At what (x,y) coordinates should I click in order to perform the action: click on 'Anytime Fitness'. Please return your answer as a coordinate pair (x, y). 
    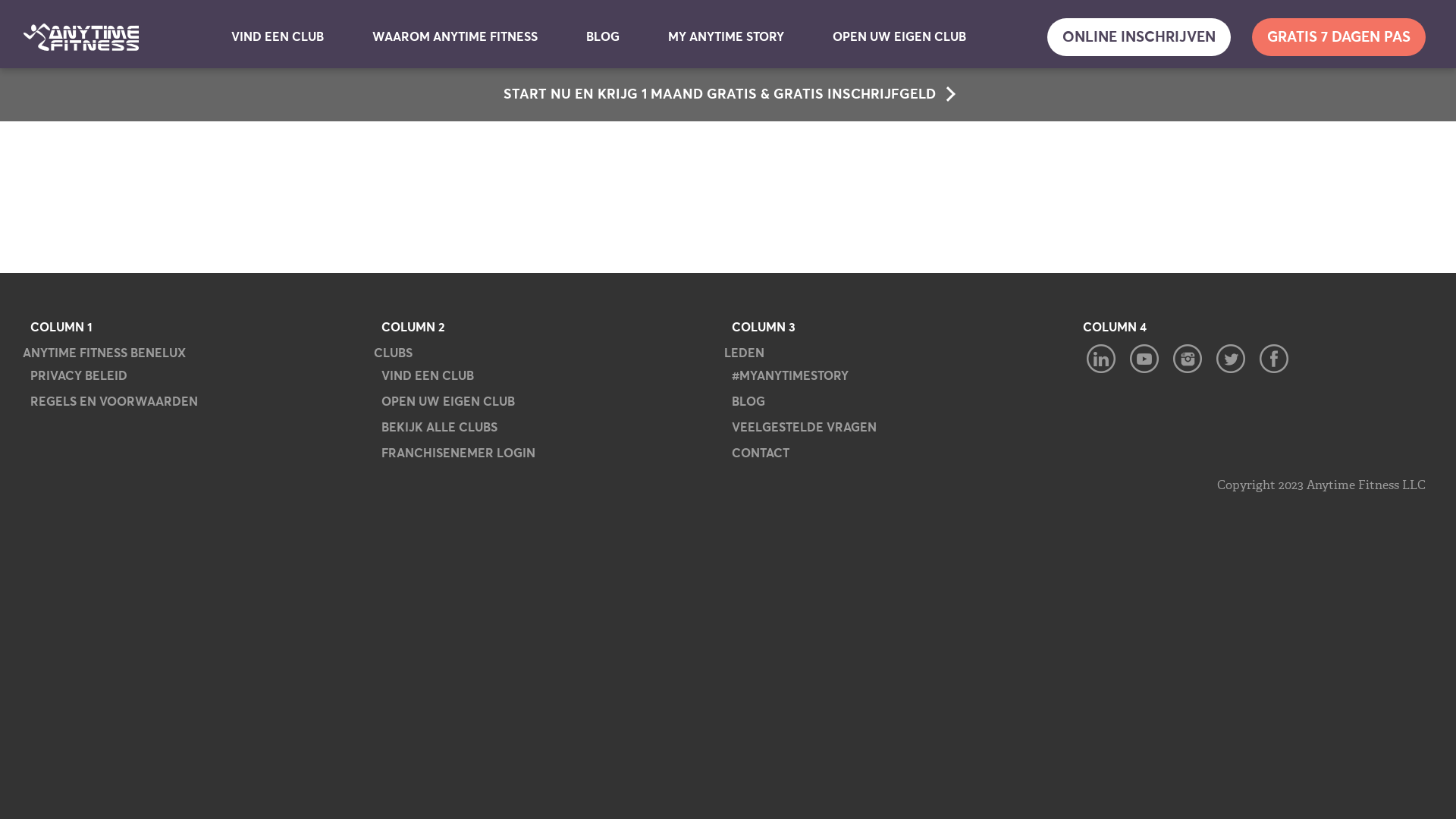
    Looking at the image, I should click on (23, 36).